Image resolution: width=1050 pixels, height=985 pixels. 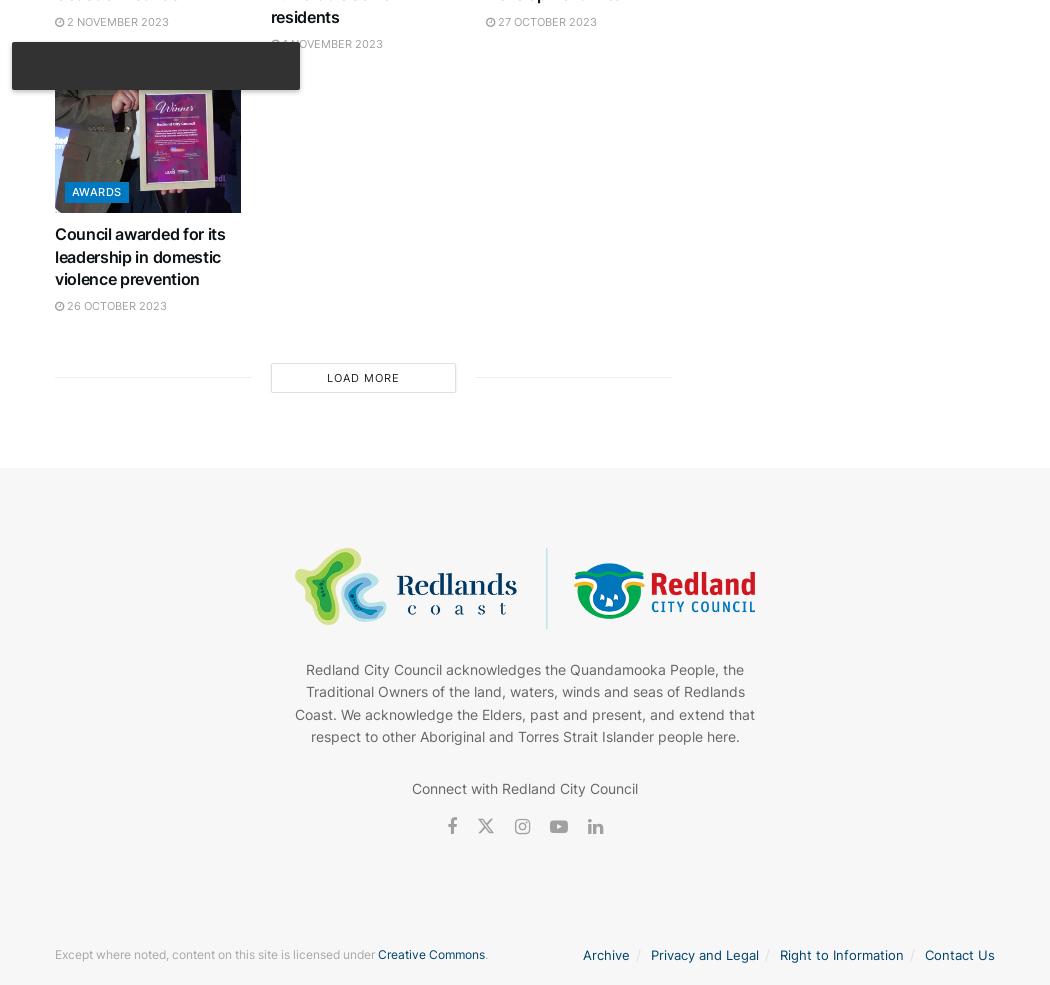 I want to click on 'Awards', so click(x=96, y=191).